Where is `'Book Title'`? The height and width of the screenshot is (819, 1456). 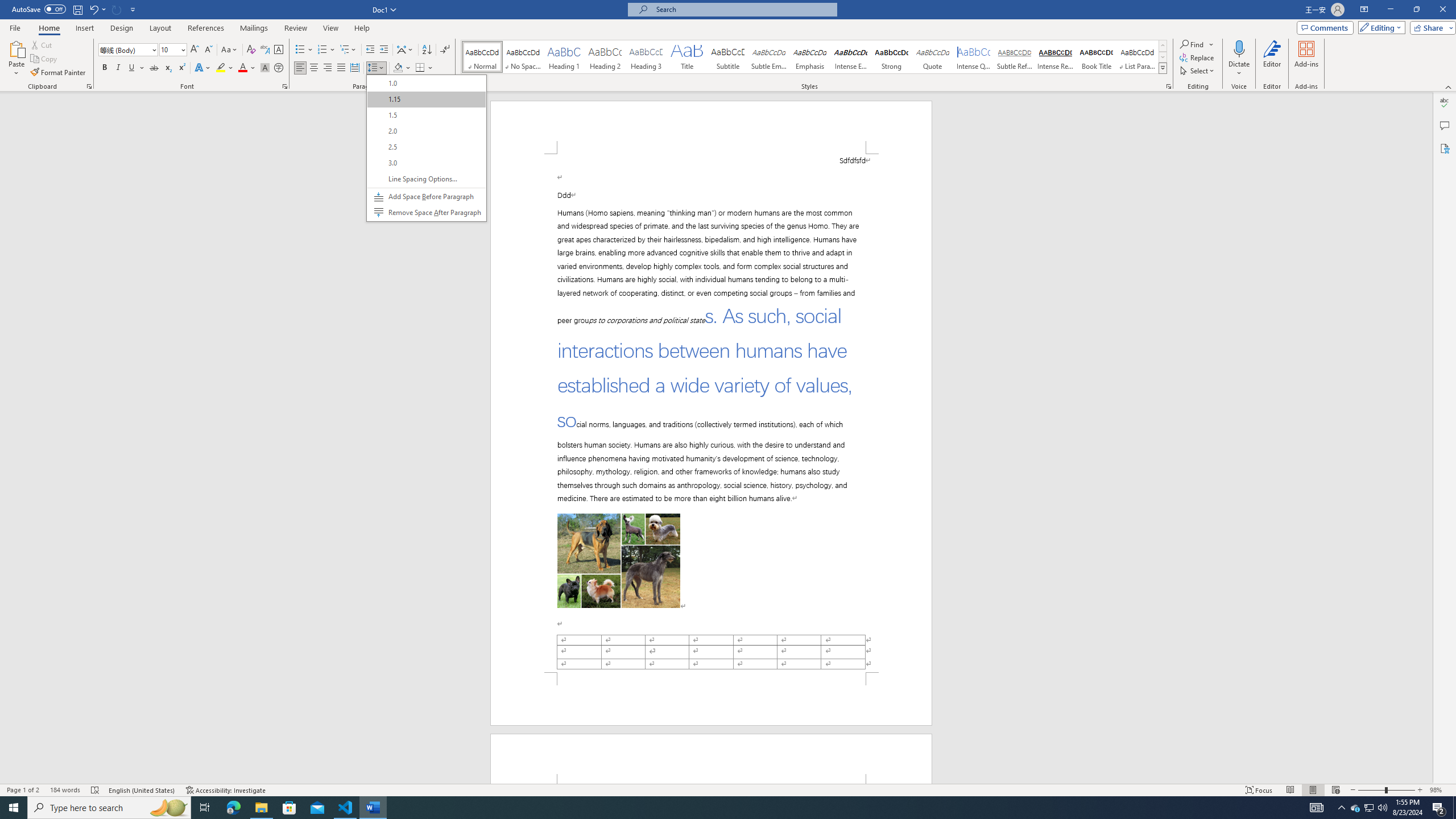 'Book Title' is located at coordinates (1096, 56).